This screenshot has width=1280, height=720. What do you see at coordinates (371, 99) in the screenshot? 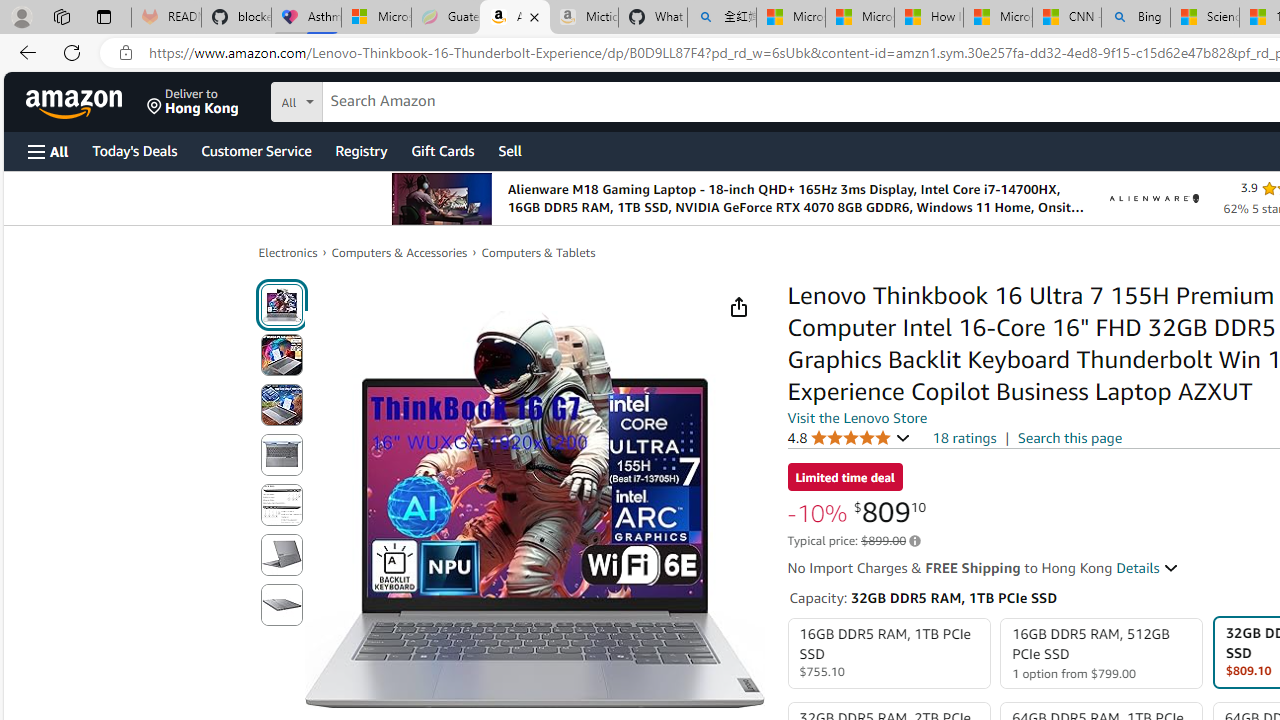
I see `'Search in'` at bounding box center [371, 99].